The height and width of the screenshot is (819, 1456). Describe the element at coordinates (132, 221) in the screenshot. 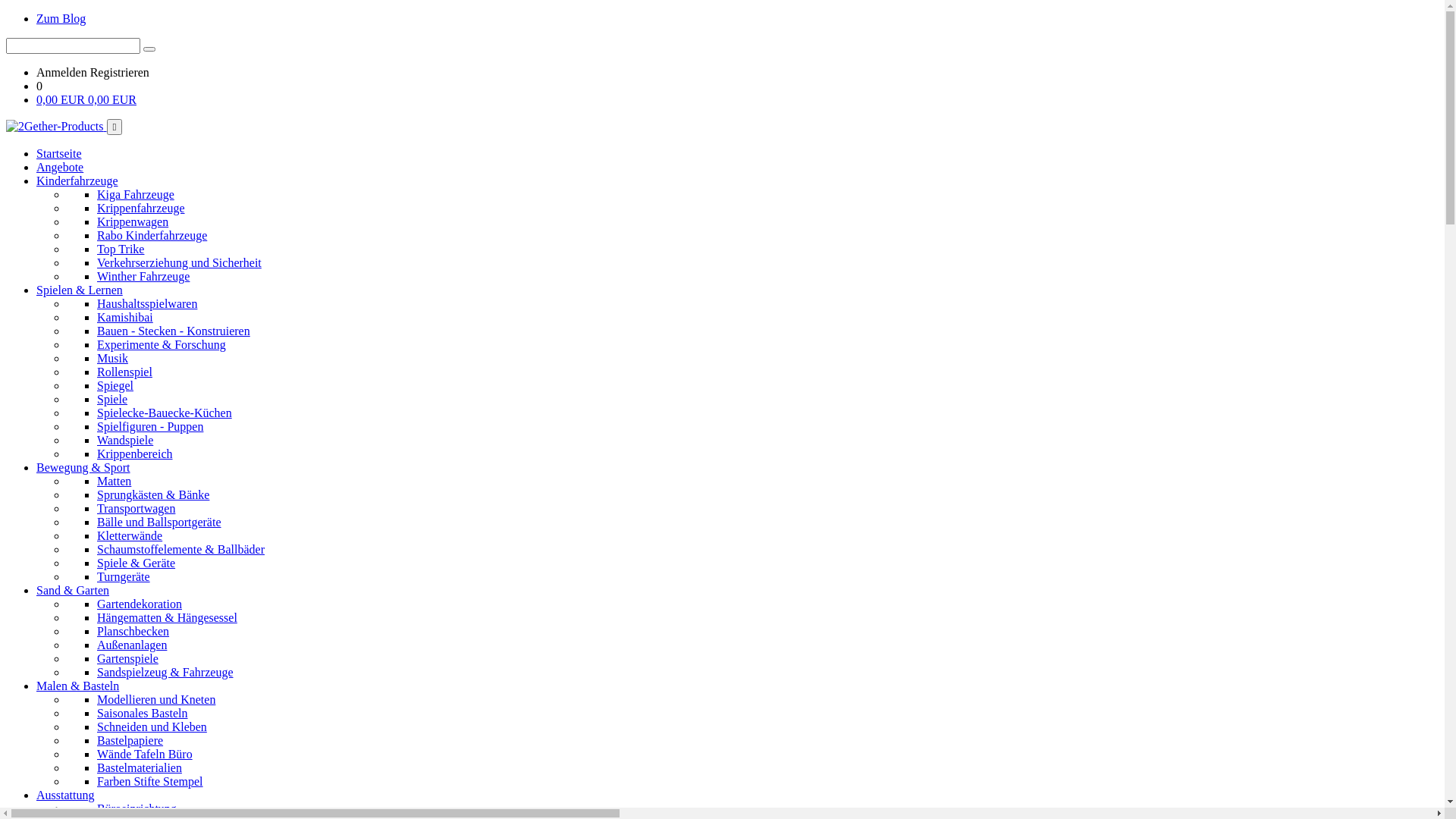

I see `'Krippenwagen'` at that location.